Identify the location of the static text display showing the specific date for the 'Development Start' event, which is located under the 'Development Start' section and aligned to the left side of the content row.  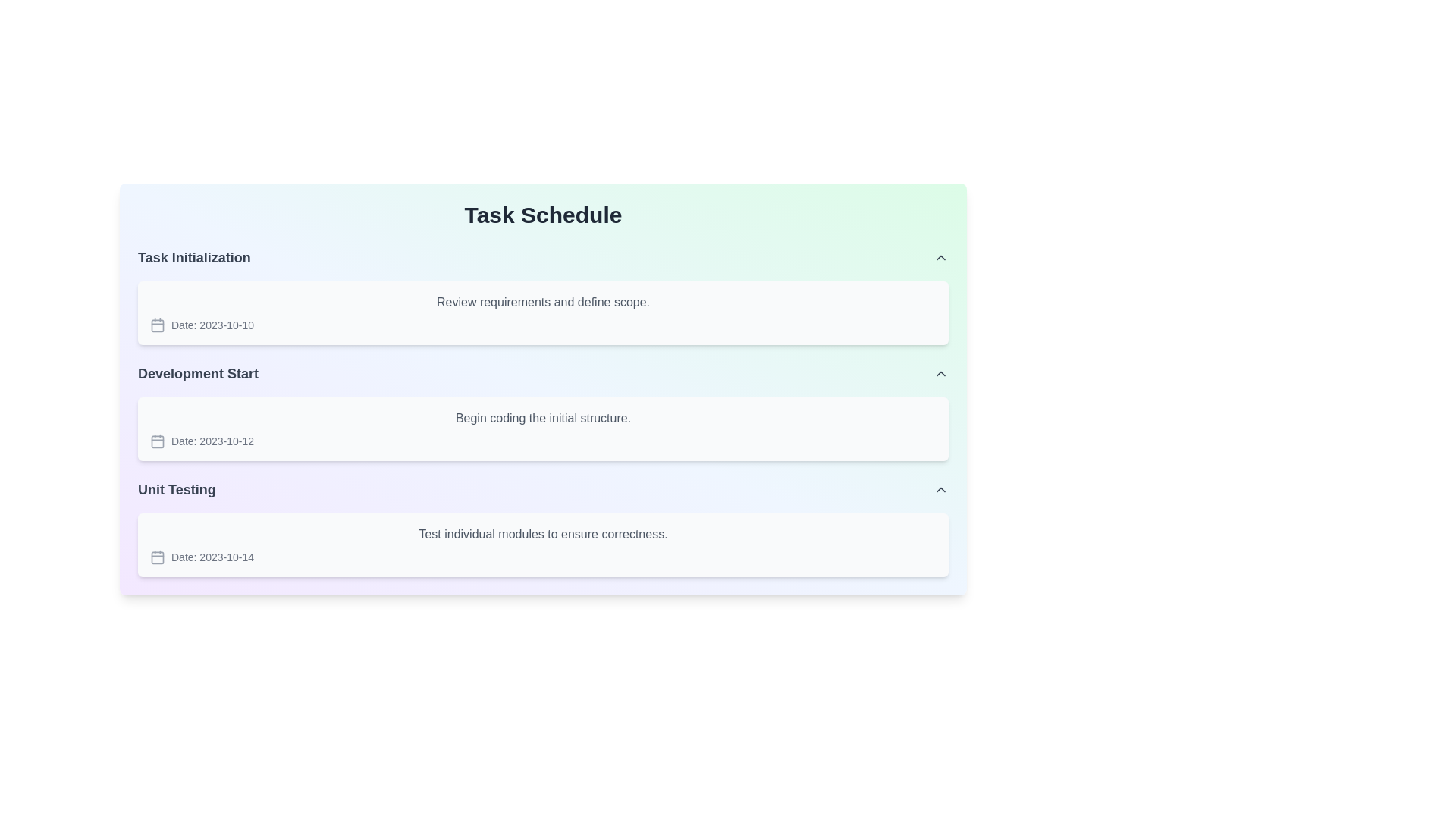
(212, 441).